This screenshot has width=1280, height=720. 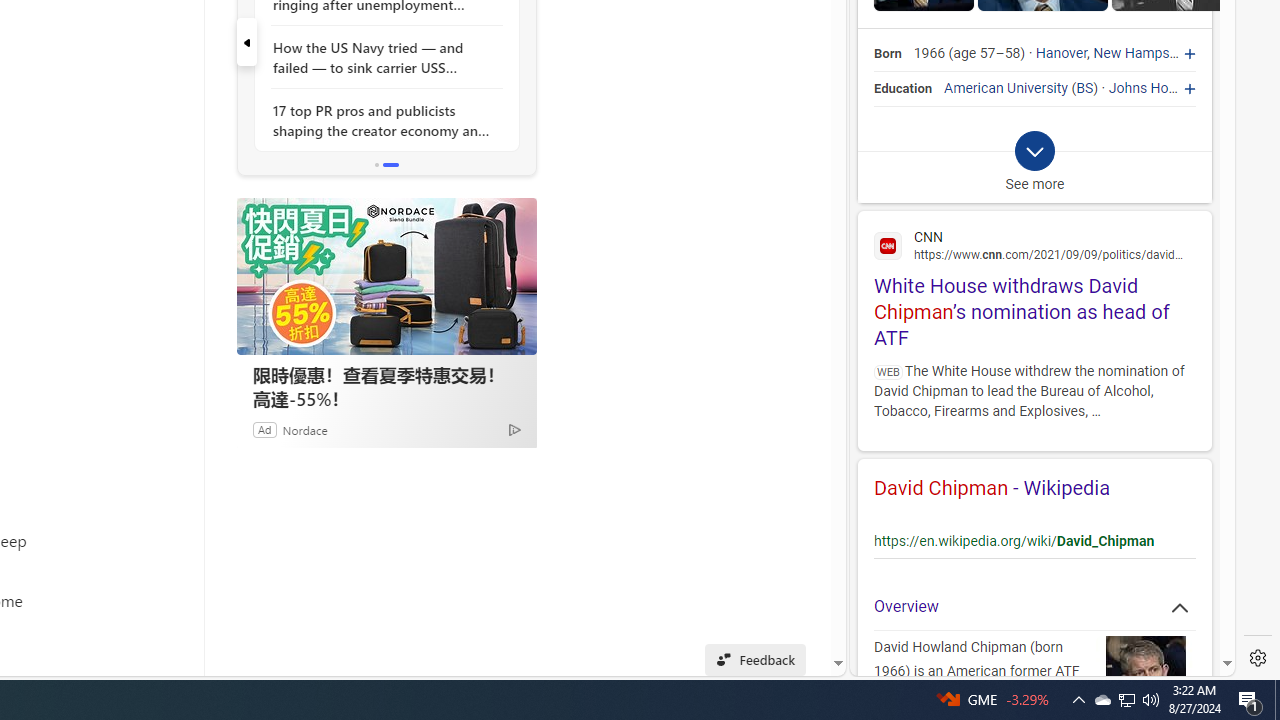 What do you see at coordinates (1060, 53) in the screenshot?
I see `'Hanover'` at bounding box center [1060, 53].